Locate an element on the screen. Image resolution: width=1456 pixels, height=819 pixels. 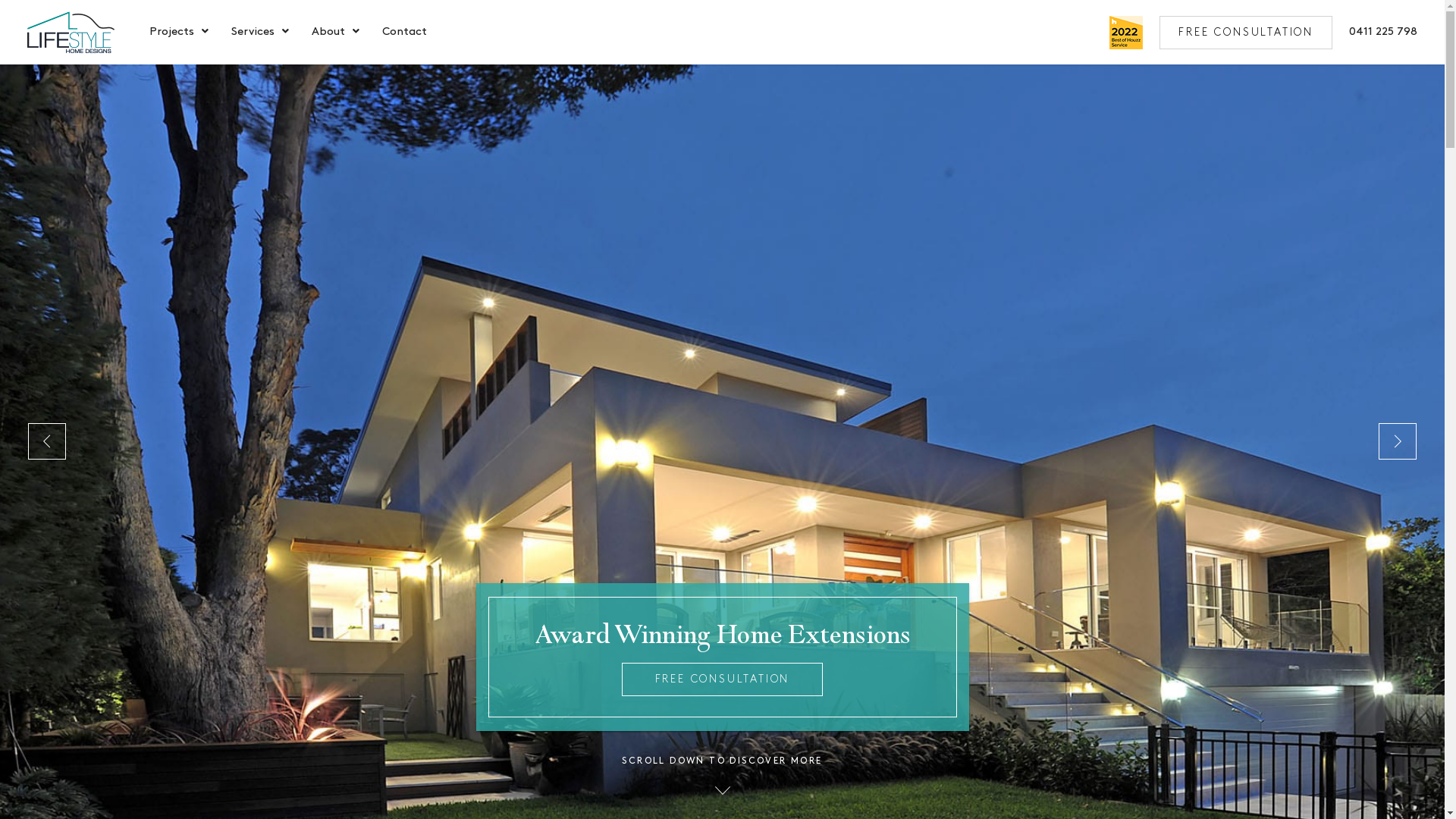
'FREE CONSULTATION' is located at coordinates (721, 678).